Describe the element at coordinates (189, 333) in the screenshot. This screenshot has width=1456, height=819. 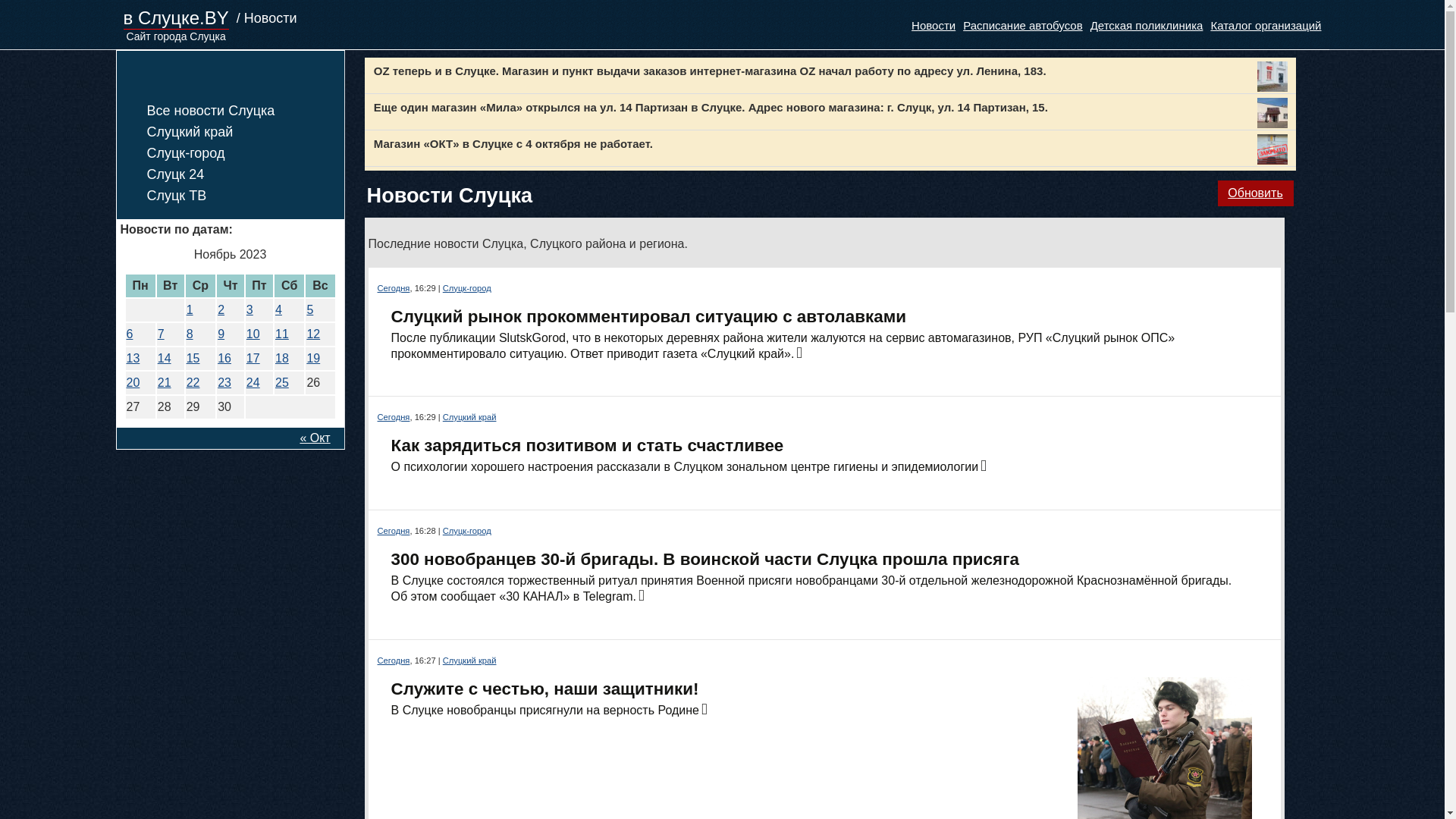
I see `'8'` at that location.